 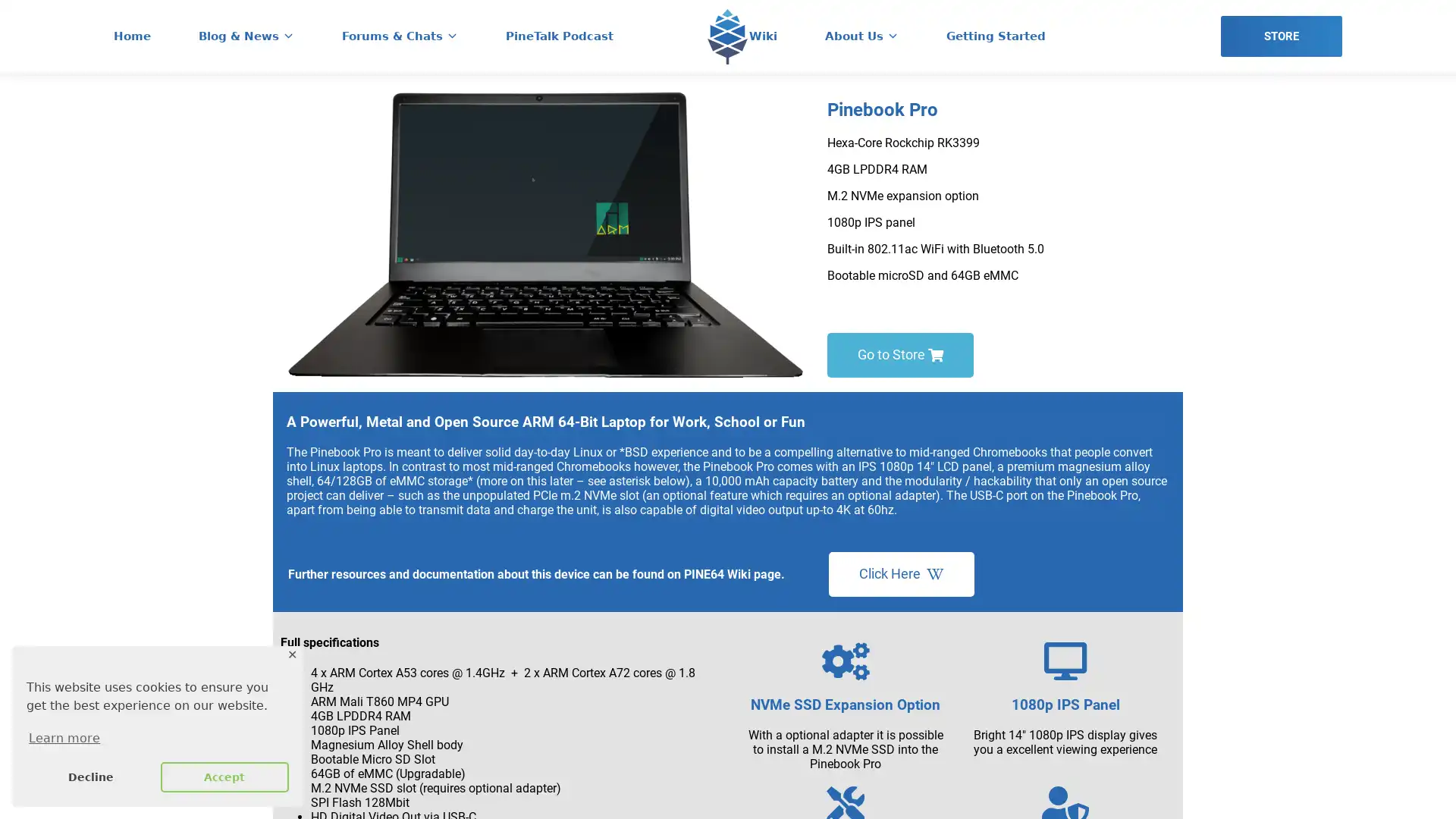 What do you see at coordinates (89, 777) in the screenshot?
I see `deny cookies` at bounding box center [89, 777].